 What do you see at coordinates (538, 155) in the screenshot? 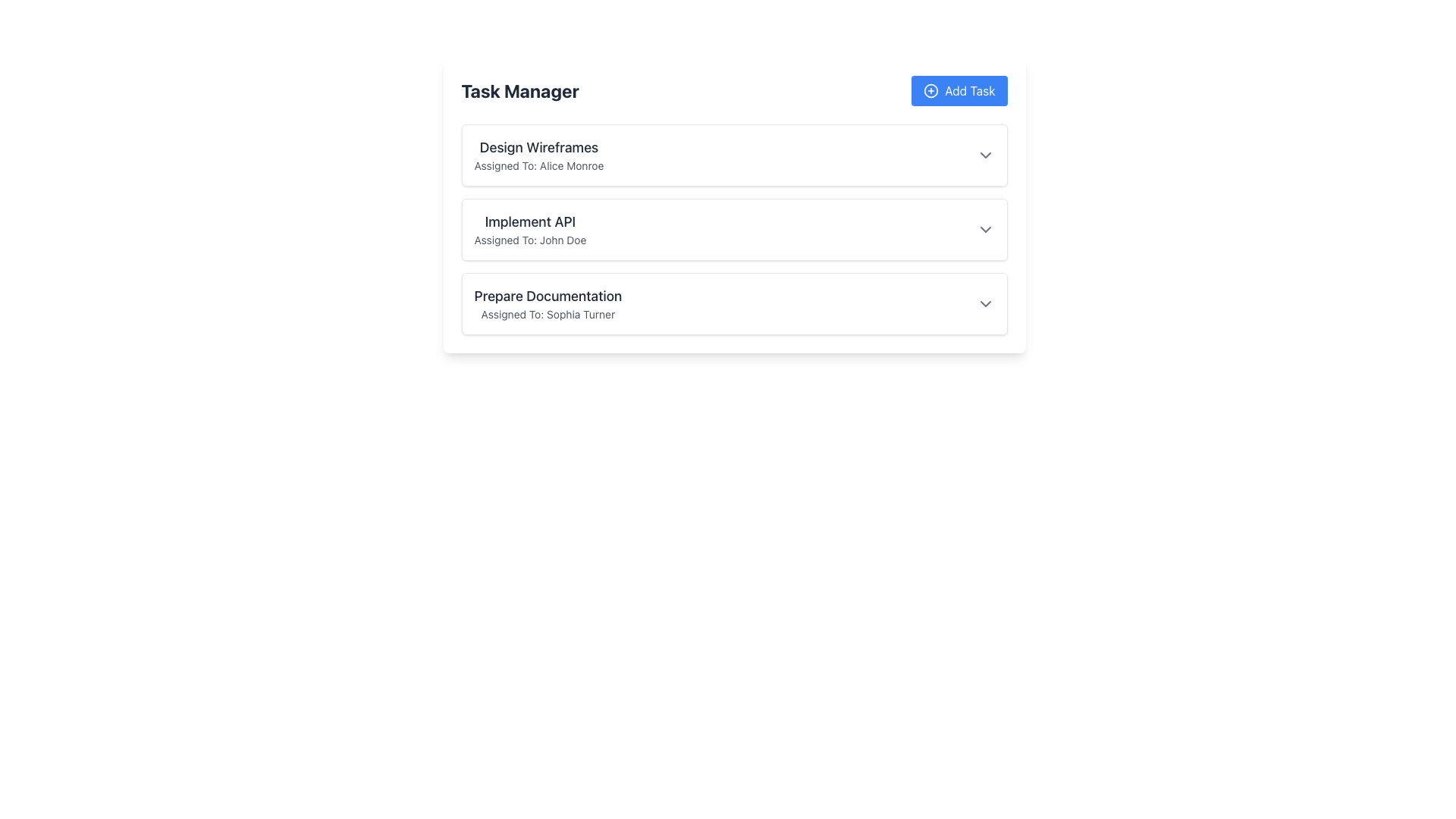
I see `the first task item in the vertical list under the 'Task Manager' header` at bounding box center [538, 155].